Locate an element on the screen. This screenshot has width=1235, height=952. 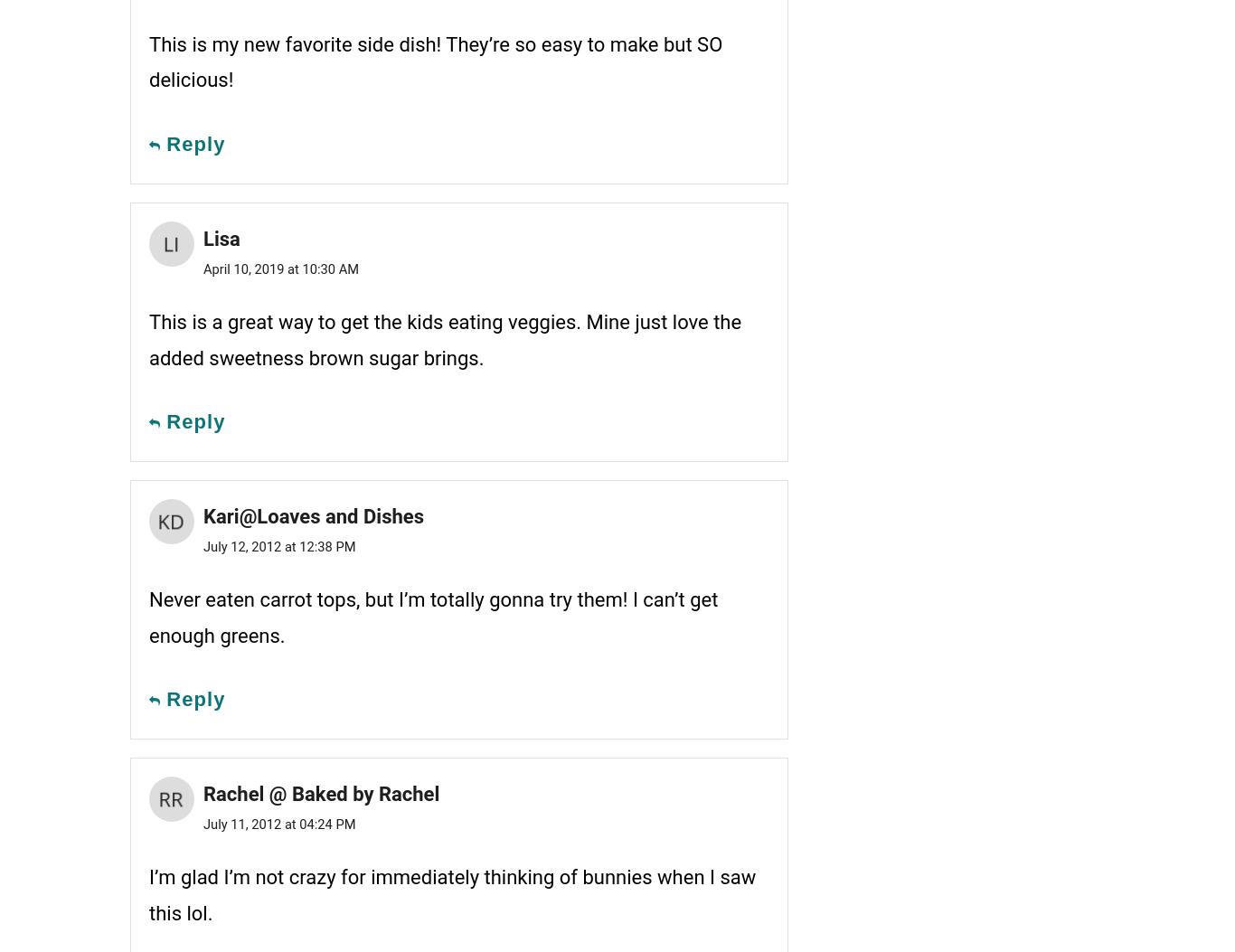
'Lisa' is located at coordinates (222, 237).